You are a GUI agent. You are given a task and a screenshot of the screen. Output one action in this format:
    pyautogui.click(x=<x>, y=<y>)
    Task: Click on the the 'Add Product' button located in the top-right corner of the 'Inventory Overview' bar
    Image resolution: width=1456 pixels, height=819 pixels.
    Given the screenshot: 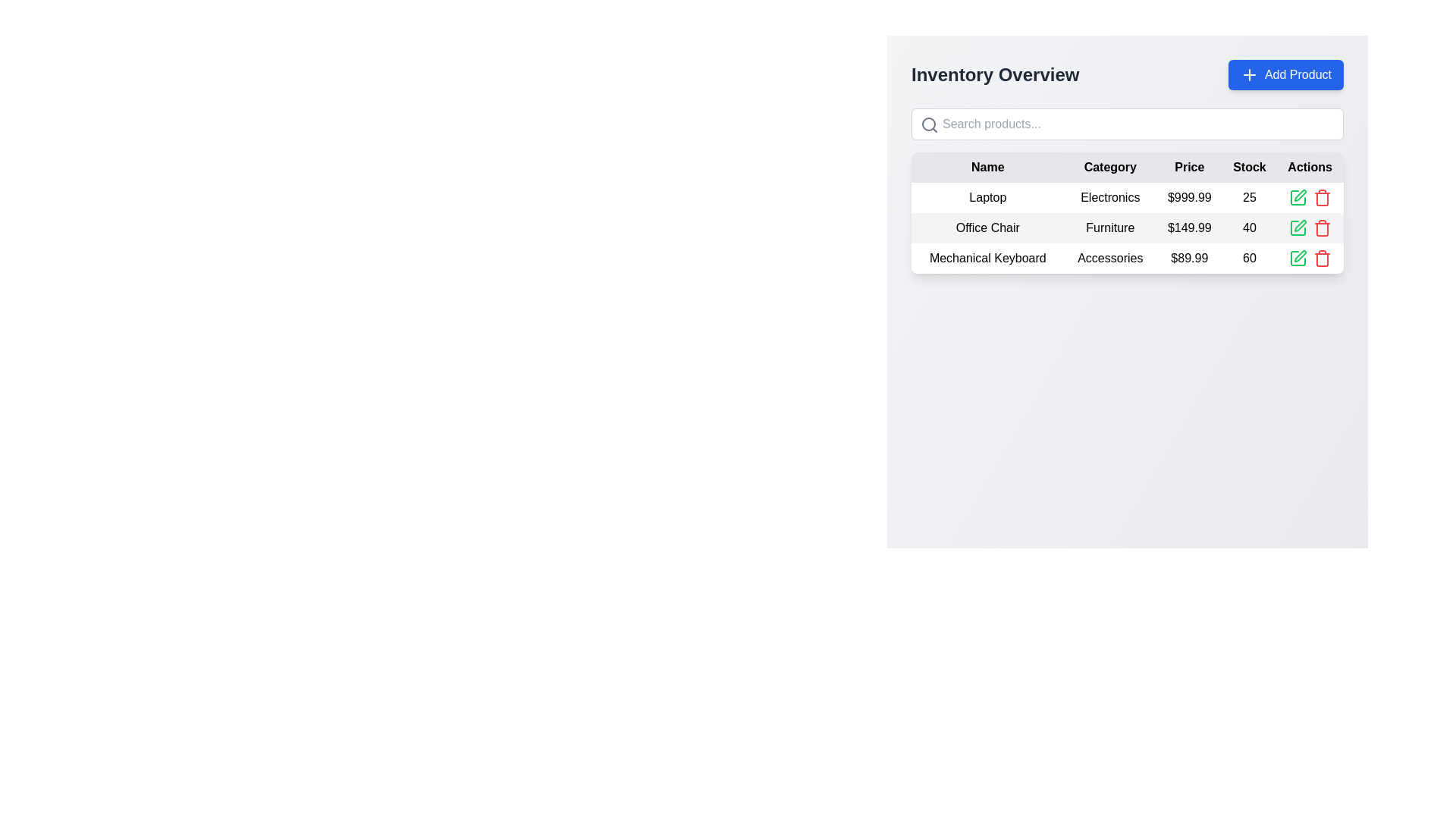 What is the action you would take?
    pyautogui.click(x=1285, y=75)
    